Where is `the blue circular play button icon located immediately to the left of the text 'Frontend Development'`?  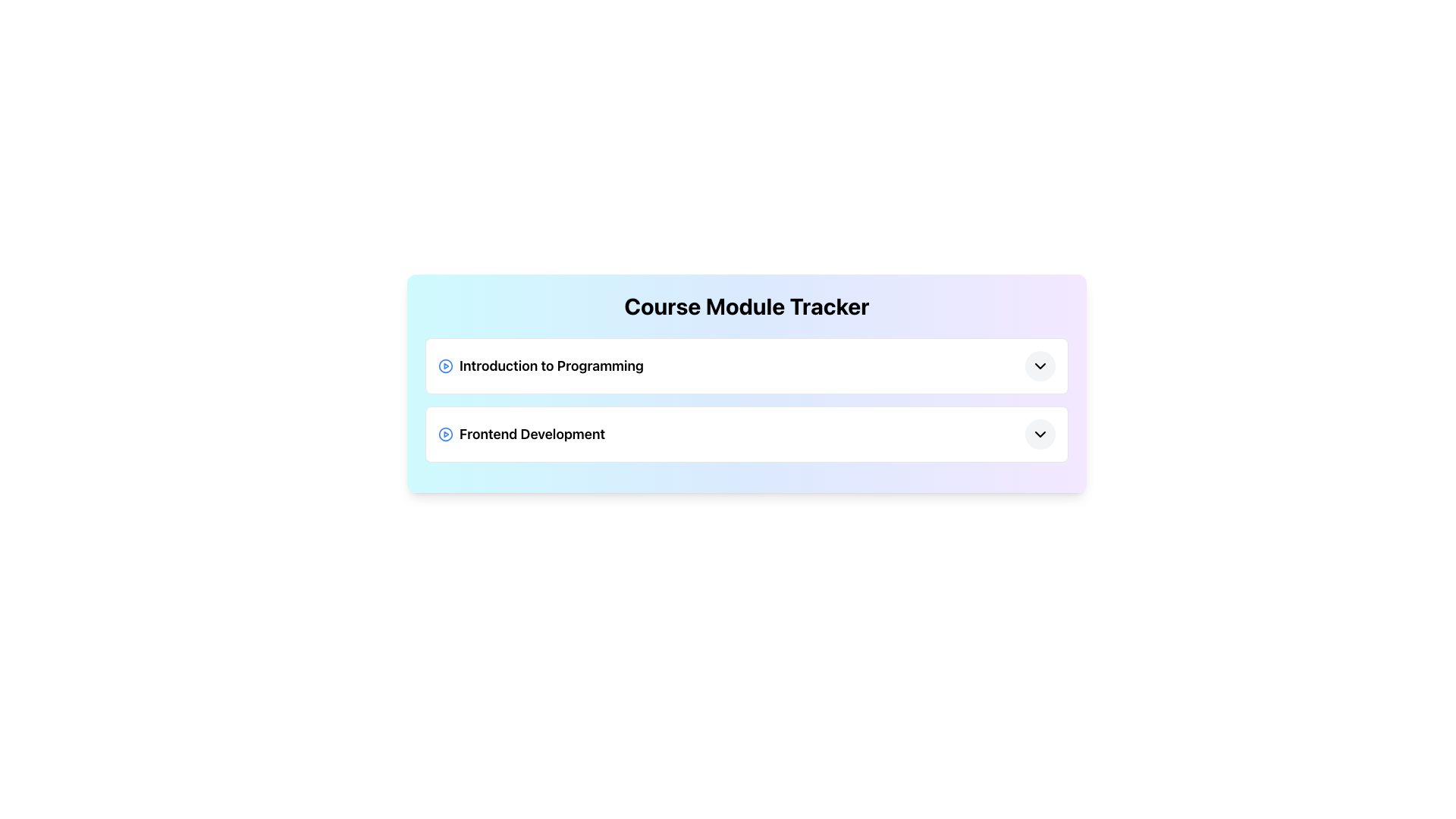
the blue circular play button icon located immediately to the left of the text 'Frontend Development' is located at coordinates (445, 435).